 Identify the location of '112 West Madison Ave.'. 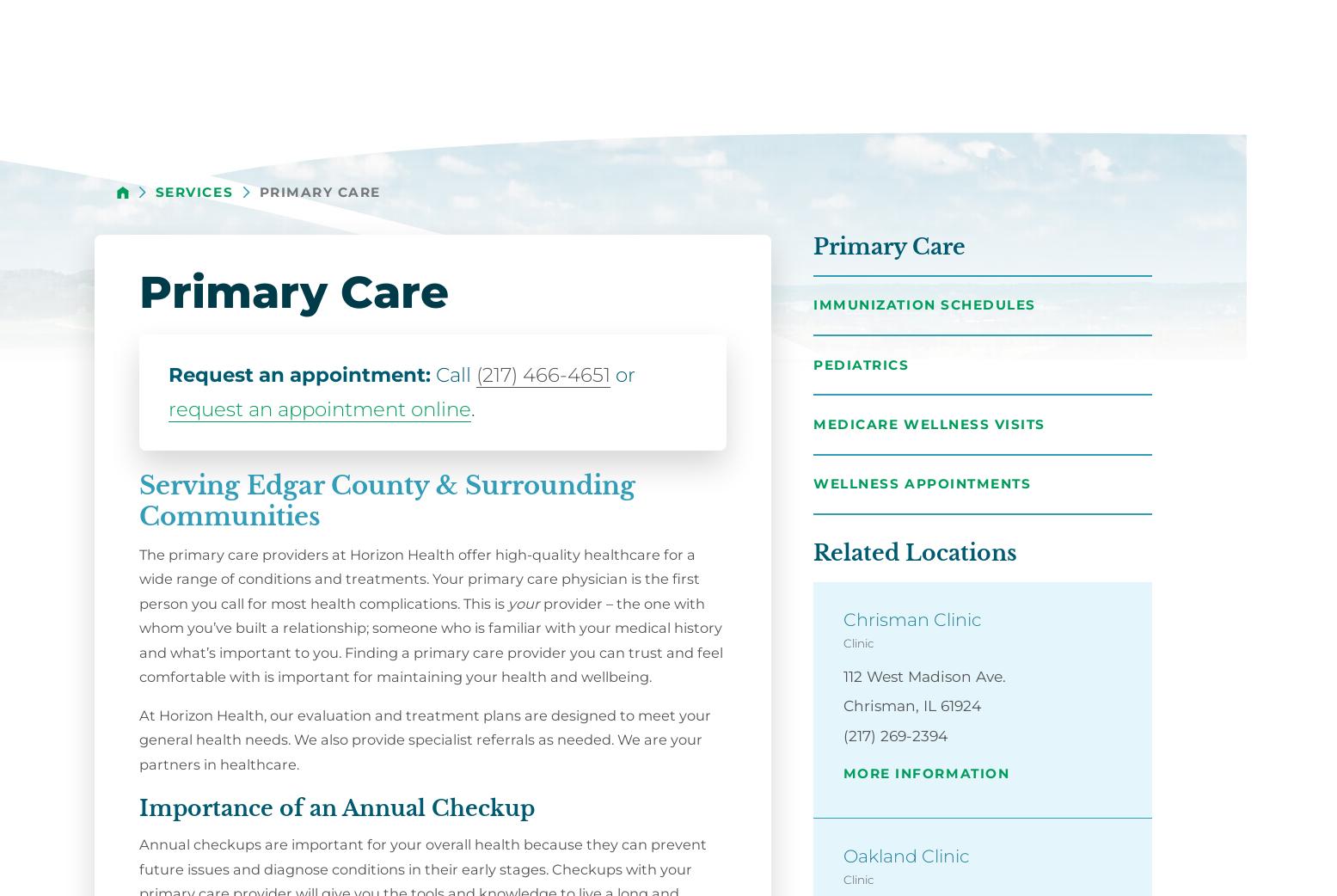
(923, 675).